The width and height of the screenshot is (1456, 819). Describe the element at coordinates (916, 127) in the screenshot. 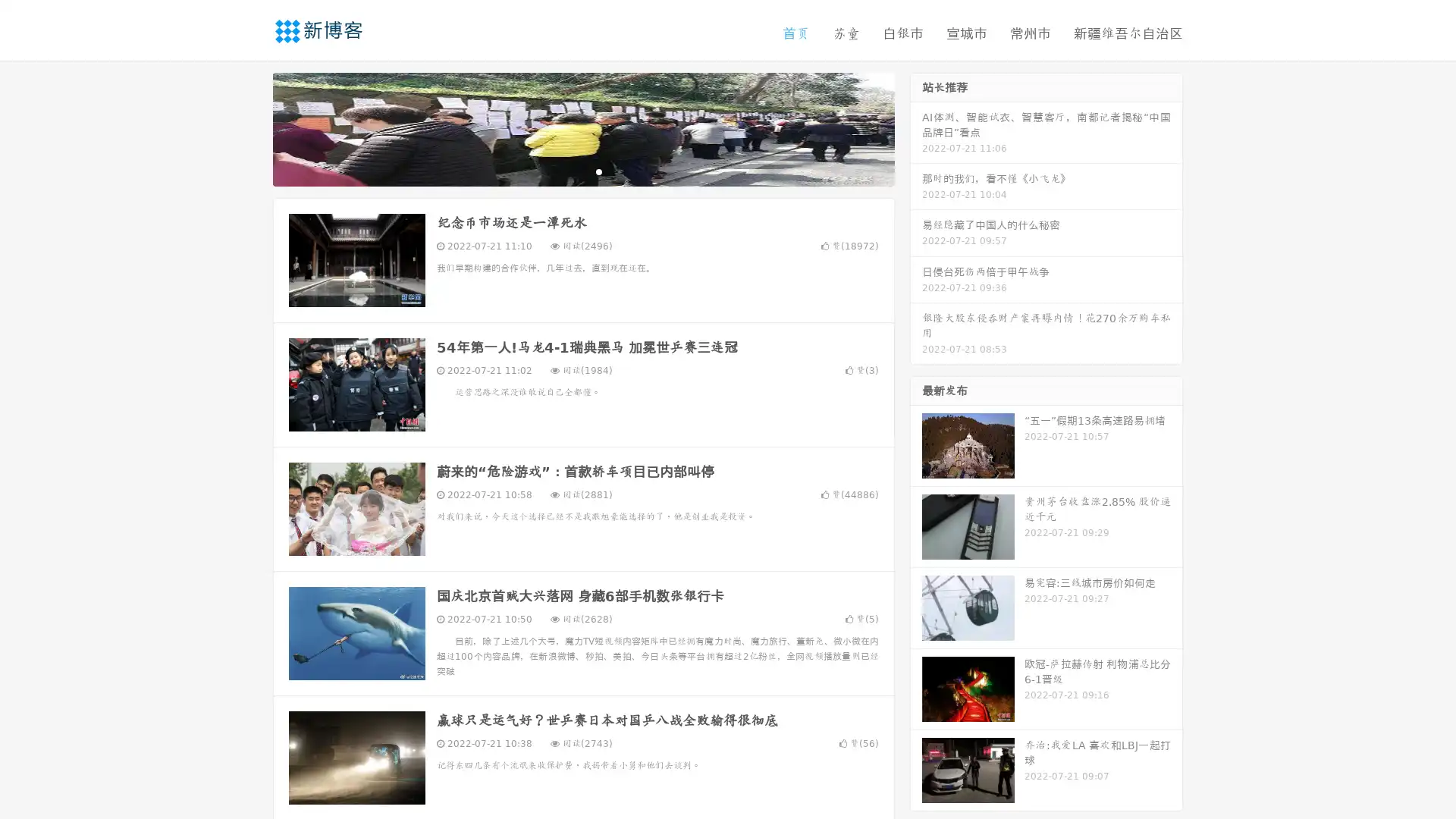

I see `Next slide` at that location.